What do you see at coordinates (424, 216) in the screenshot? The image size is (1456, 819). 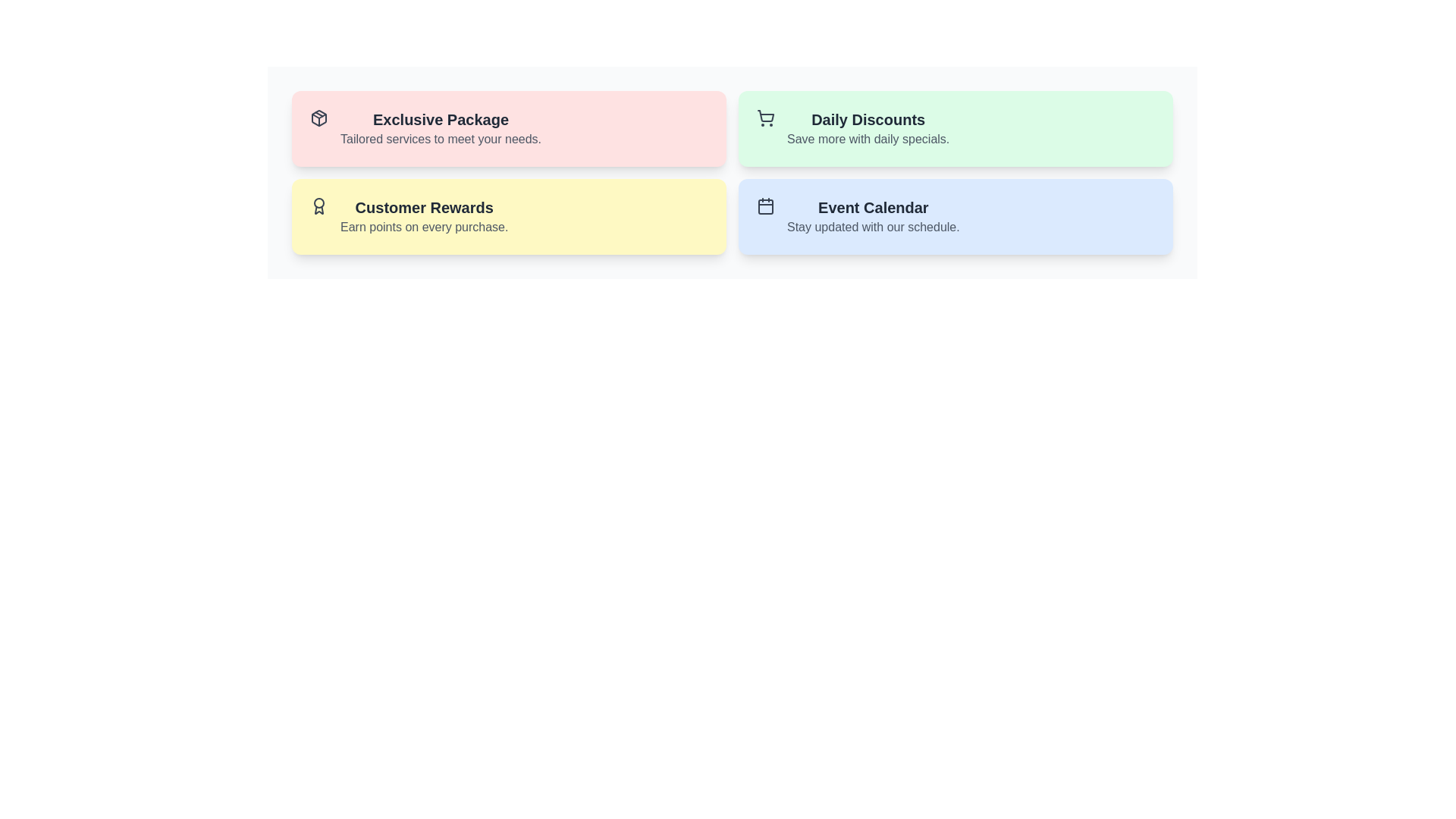 I see `the text block that informs users about the customer rewards program, which is positioned on a yellow-colored rounded rectangle card in the second row, first column of a grid layout` at bounding box center [424, 216].